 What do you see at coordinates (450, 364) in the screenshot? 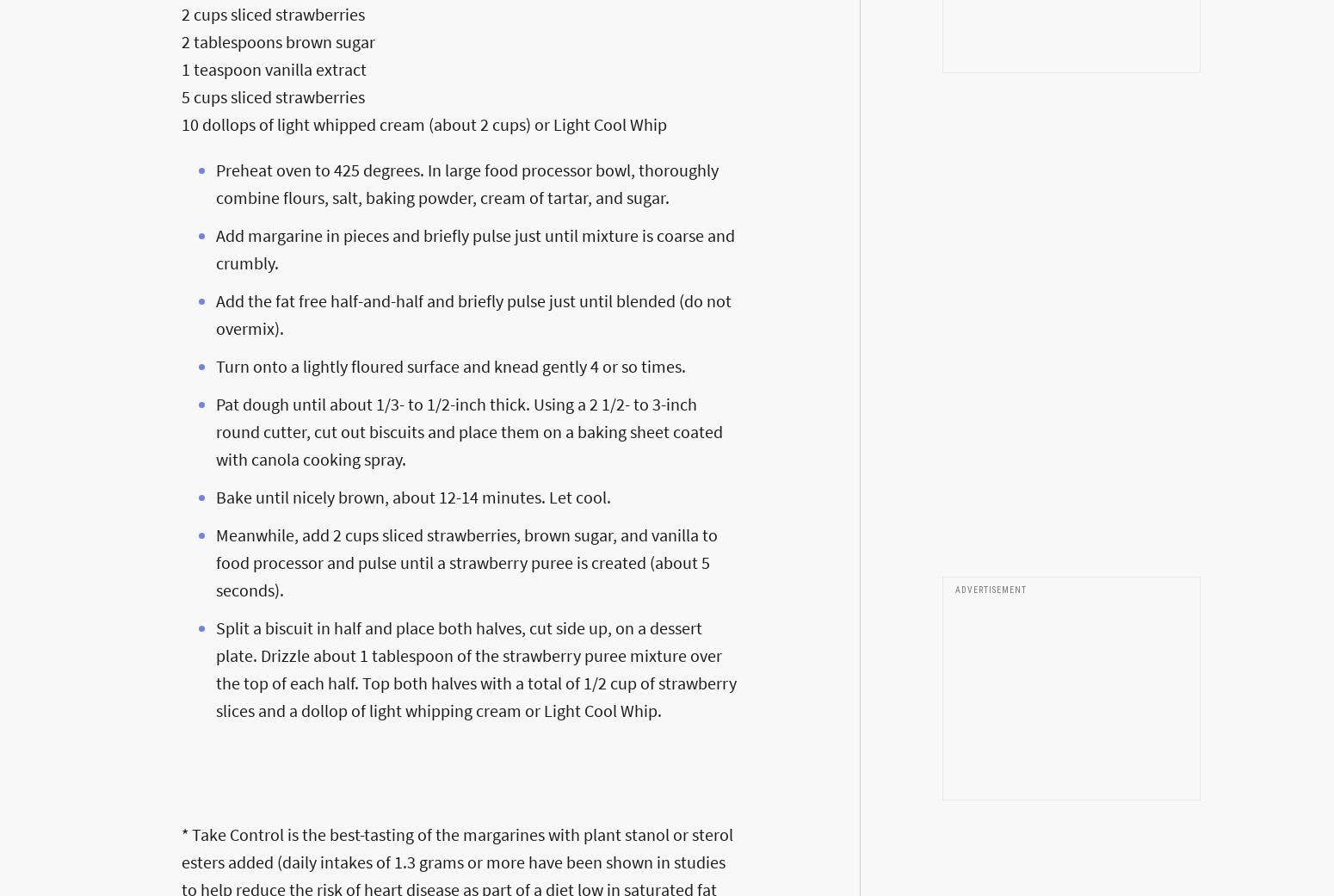
I see `'Turn onto a lightly floured surface and knead gently 4 or so times.'` at bounding box center [450, 364].